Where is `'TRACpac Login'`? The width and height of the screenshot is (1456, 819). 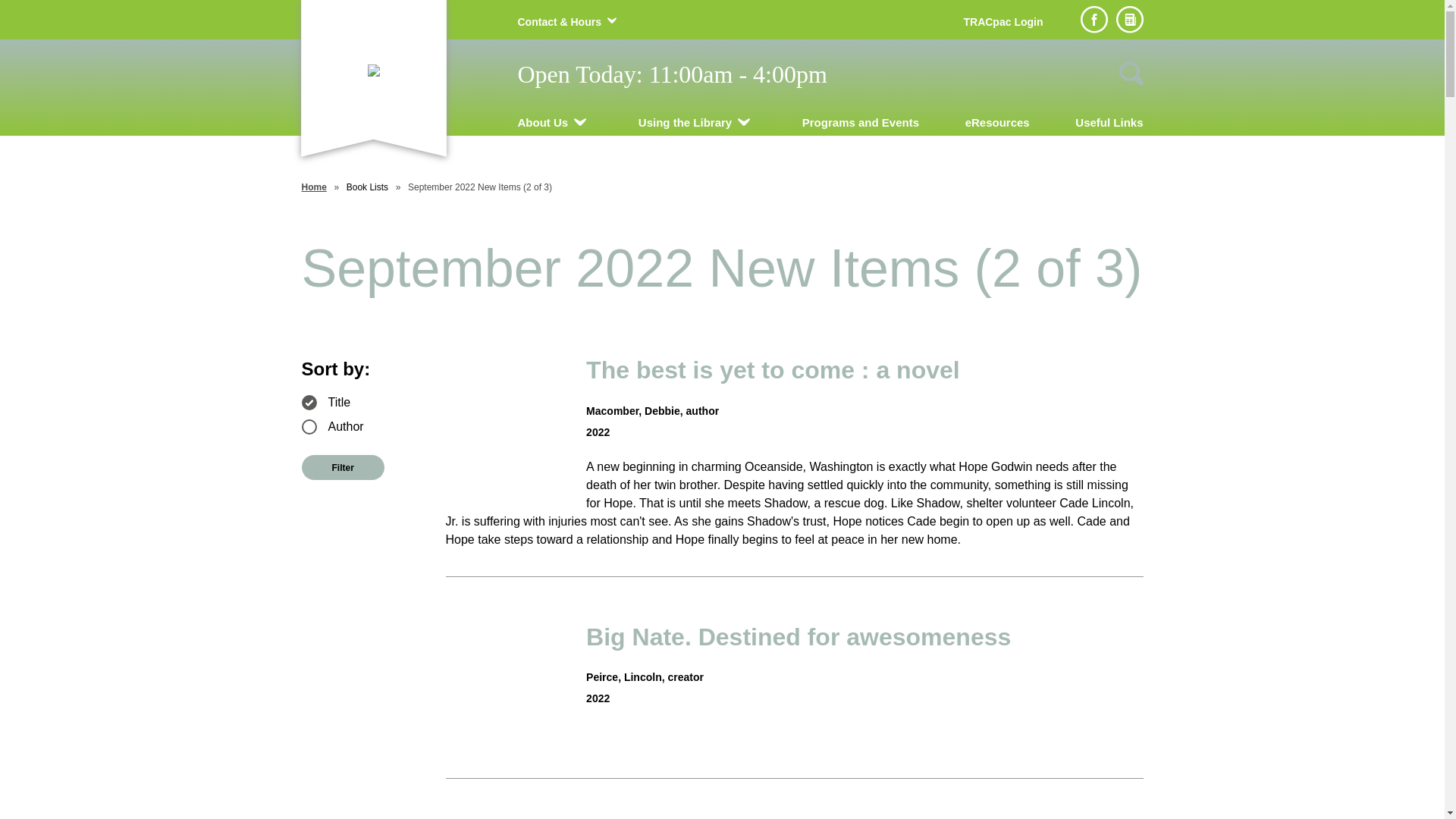
'TRACpac Login' is located at coordinates (1003, 22).